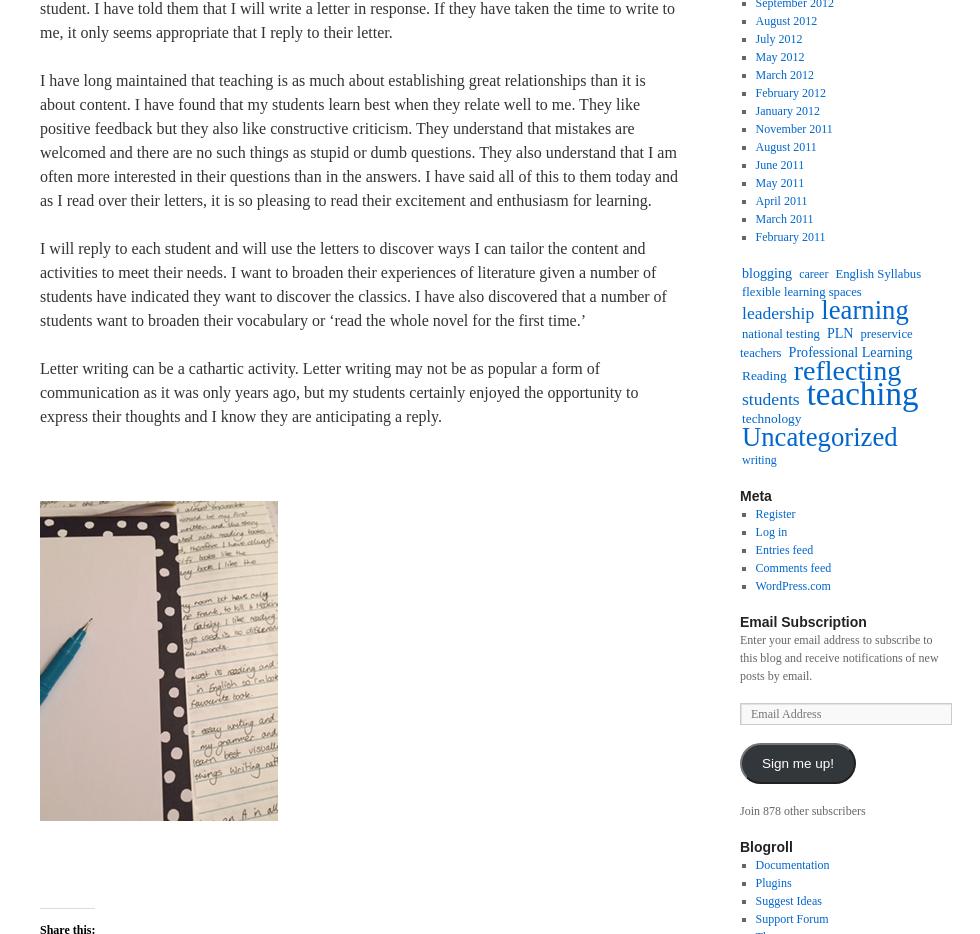 This screenshot has height=934, width=980. Describe the element at coordinates (784, 75) in the screenshot. I see `'March 2012'` at that location.